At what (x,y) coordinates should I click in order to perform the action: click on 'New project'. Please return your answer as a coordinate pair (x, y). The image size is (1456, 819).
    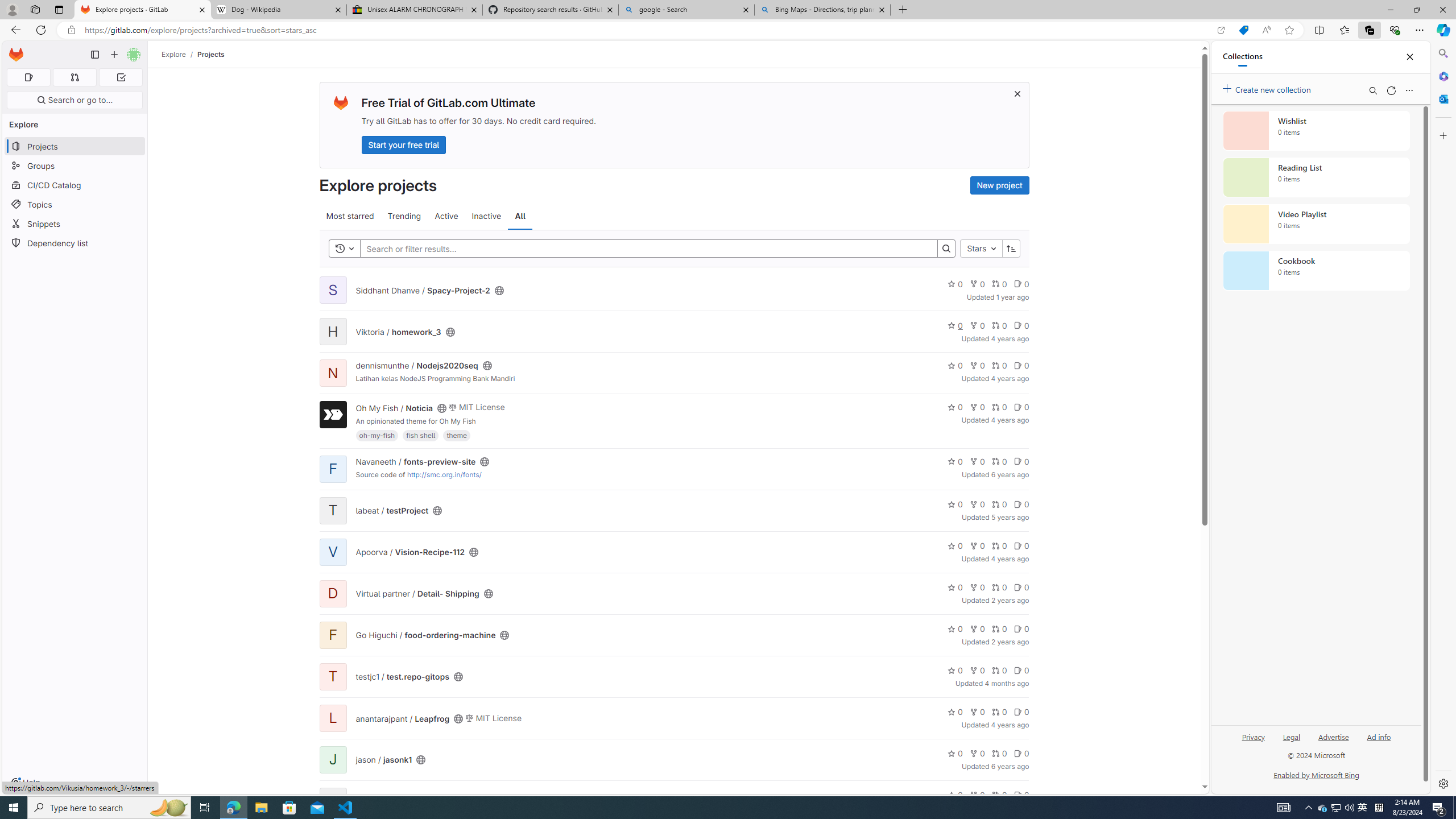
    Looking at the image, I should click on (999, 185).